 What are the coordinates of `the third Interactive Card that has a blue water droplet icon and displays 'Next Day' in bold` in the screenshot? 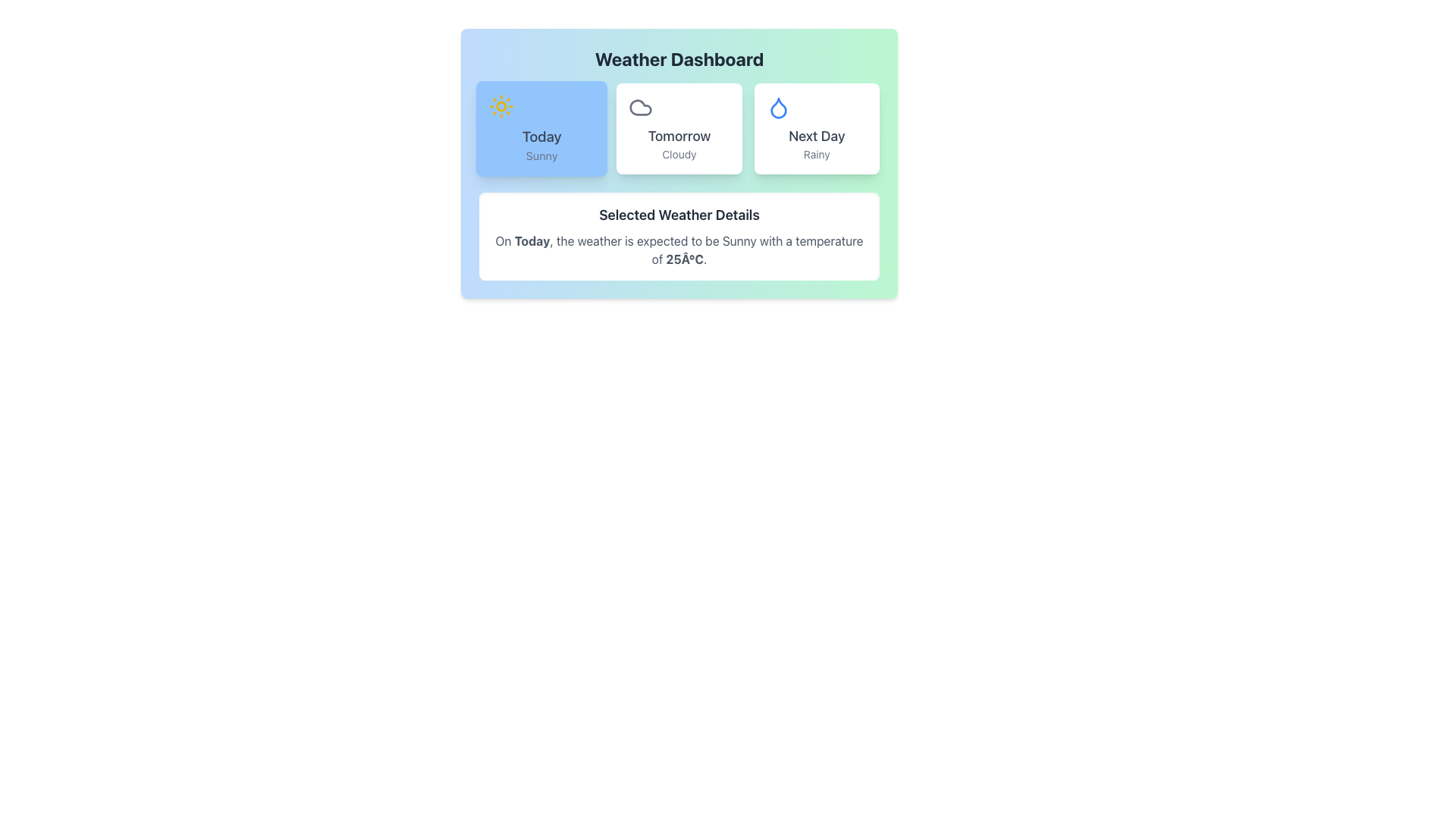 It's located at (816, 127).